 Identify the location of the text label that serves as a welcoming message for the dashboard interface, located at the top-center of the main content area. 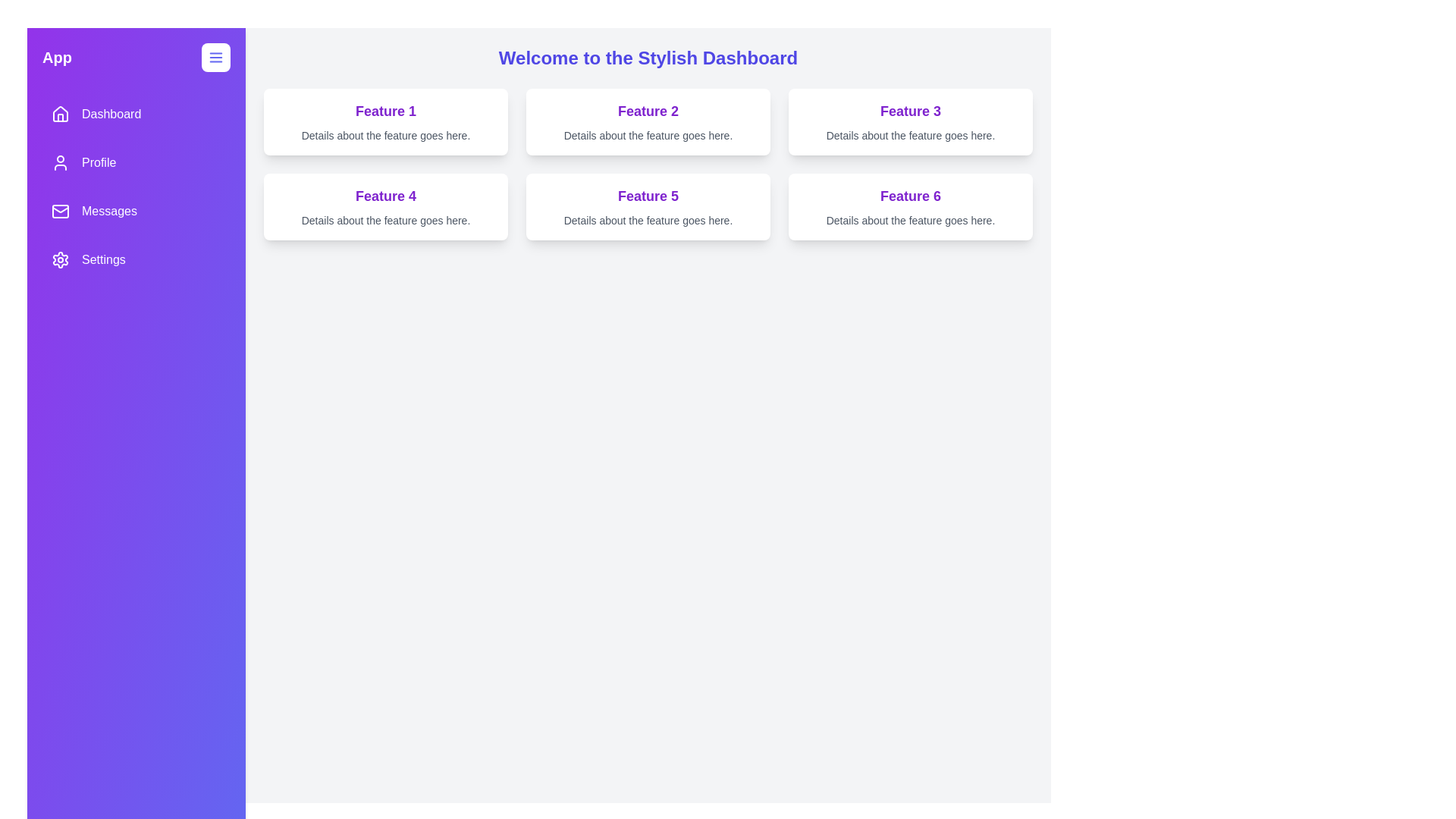
(648, 58).